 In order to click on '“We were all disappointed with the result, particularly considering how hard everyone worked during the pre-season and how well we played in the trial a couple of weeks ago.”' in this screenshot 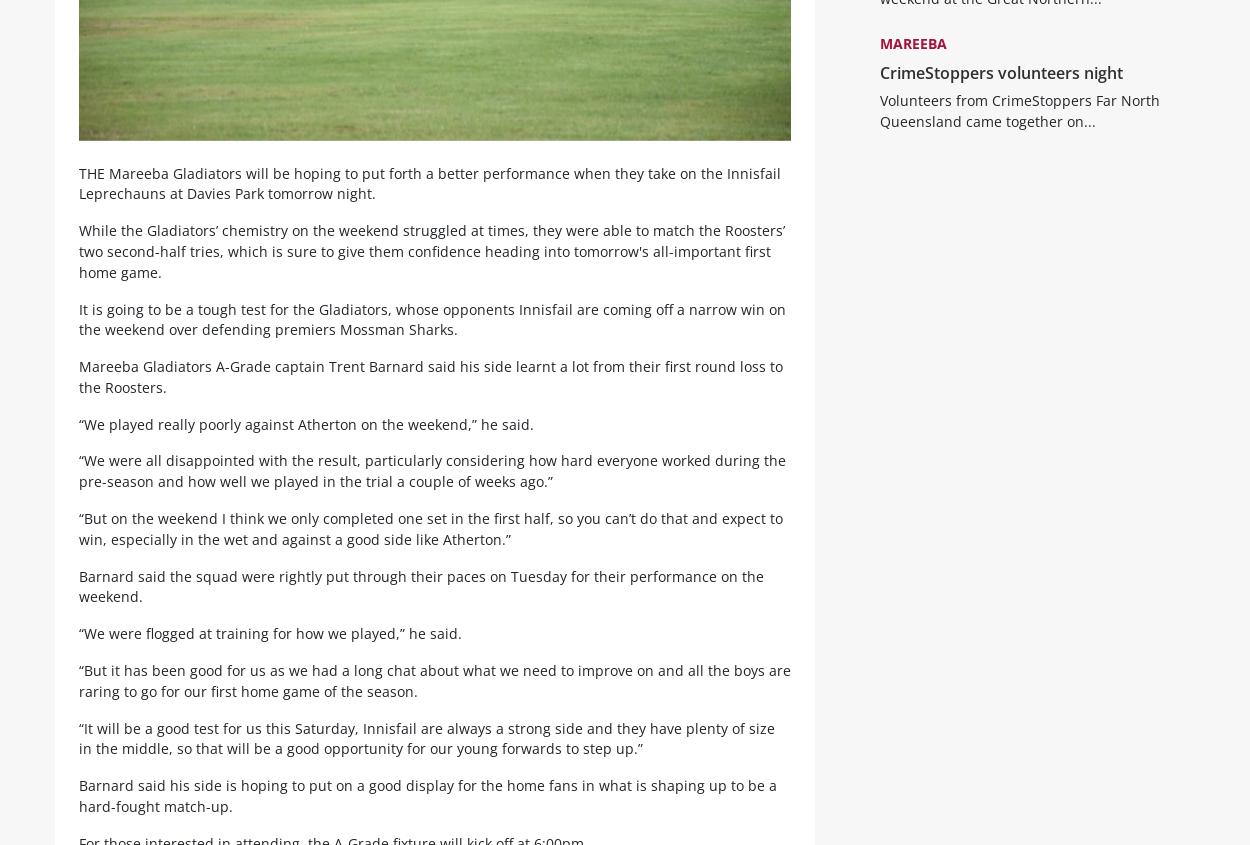, I will do `click(78, 486)`.